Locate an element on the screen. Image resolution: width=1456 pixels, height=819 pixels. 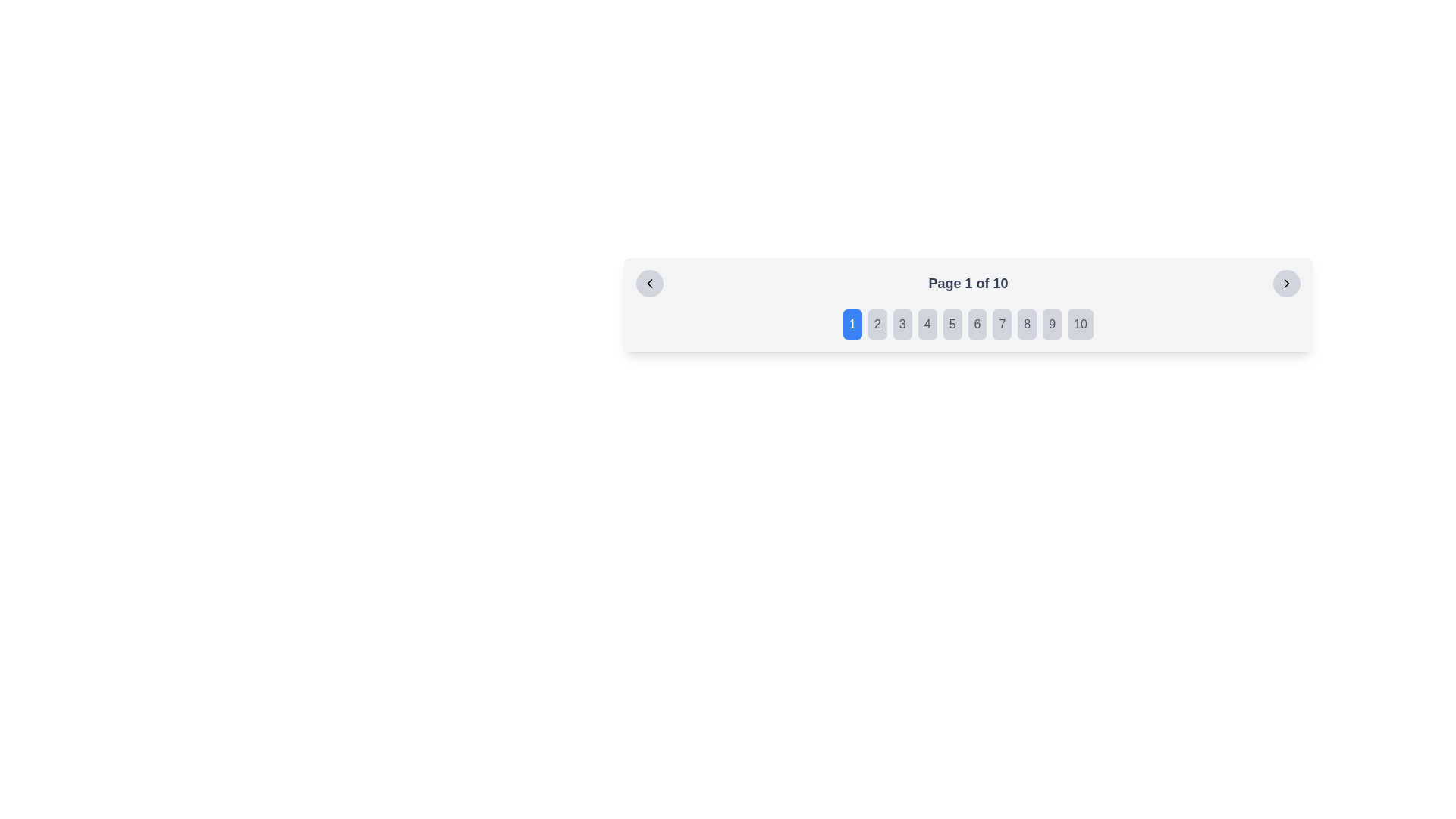
the blue button with a white numeral '1' in the pagination bar is located at coordinates (852, 324).